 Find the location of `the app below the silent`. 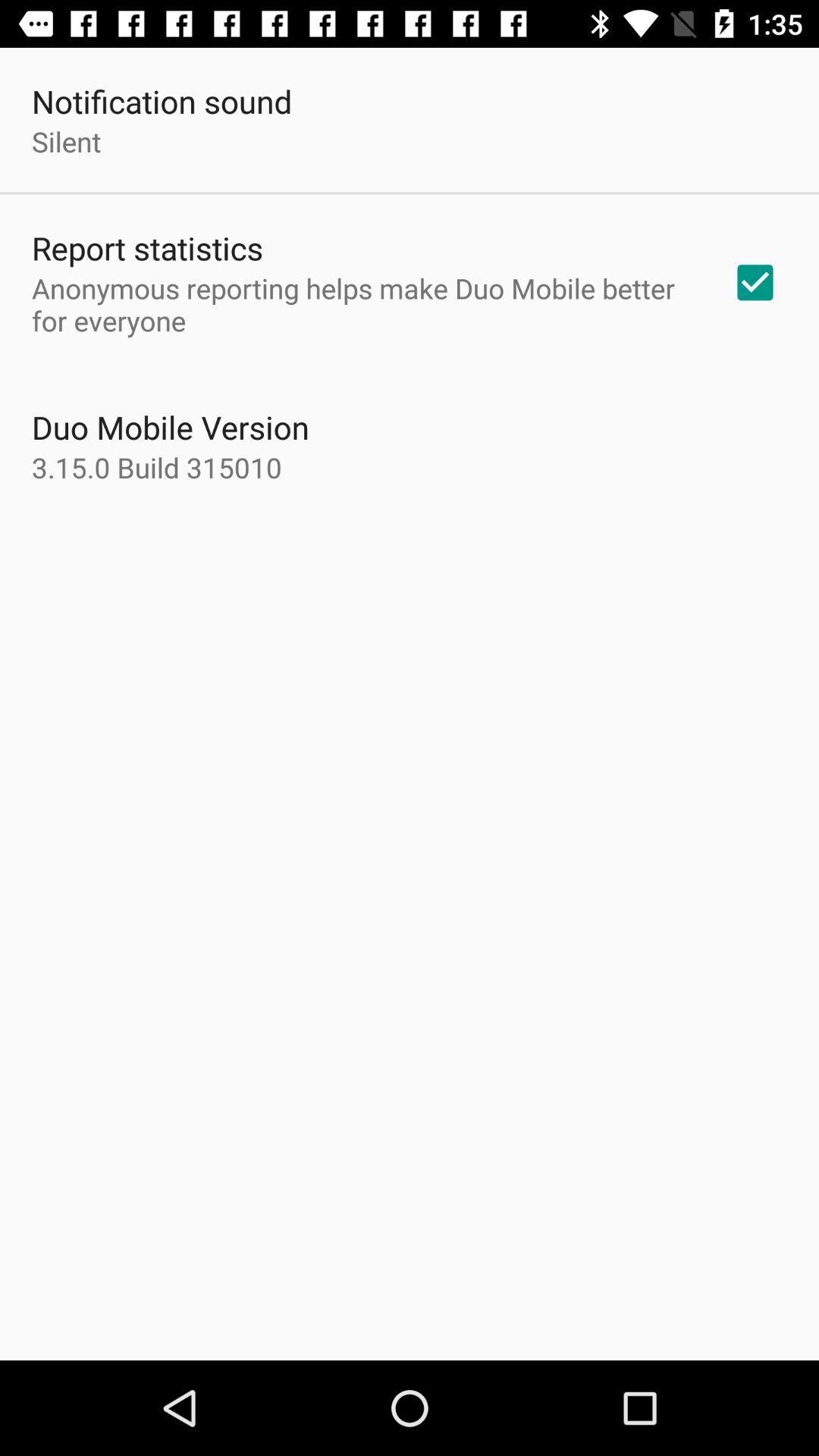

the app below the silent is located at coordinates (147, 247).